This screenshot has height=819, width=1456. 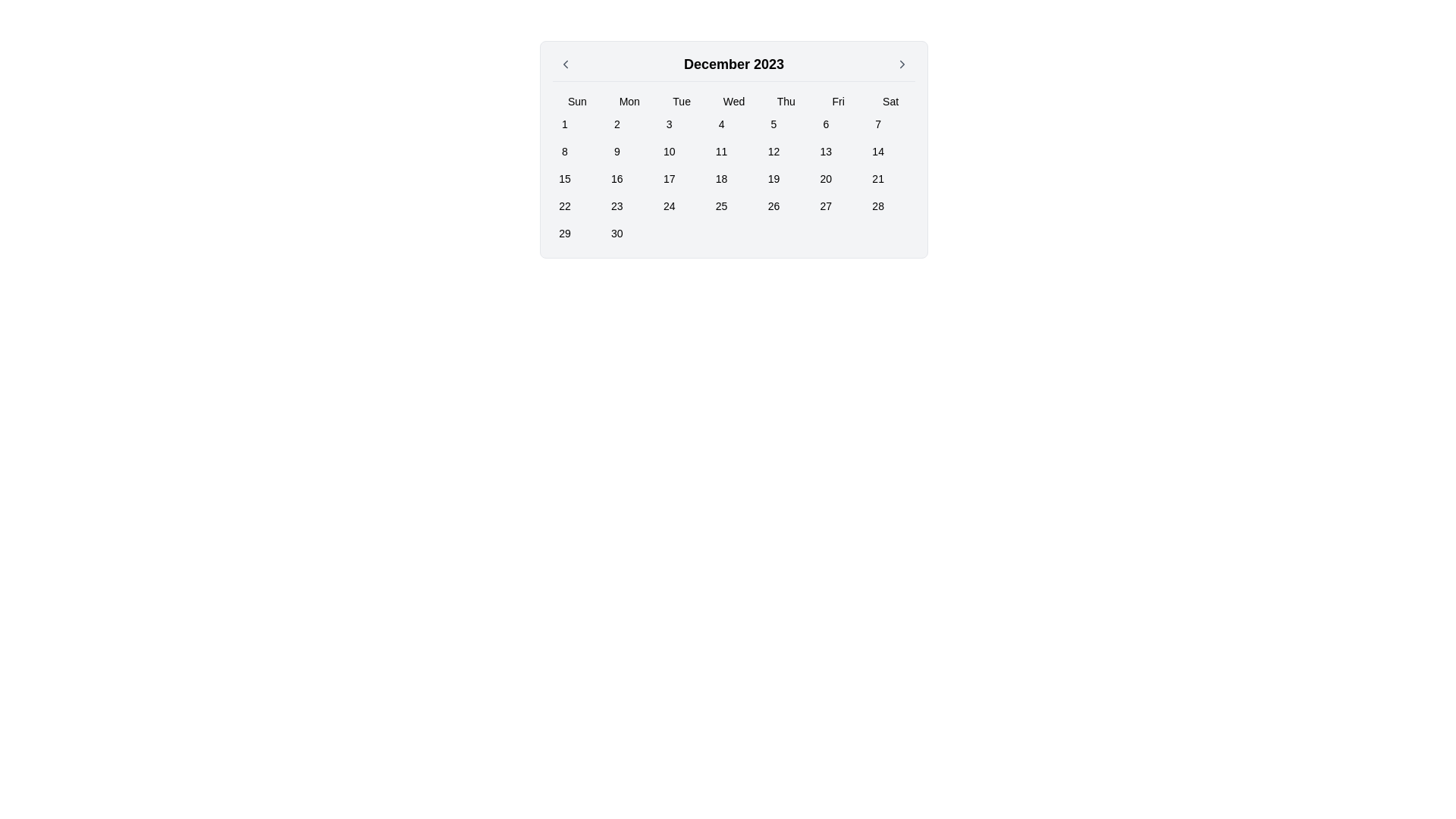 I want to click on the date '26' button in the calendar interface for navigation, so click(x=773, y=206).